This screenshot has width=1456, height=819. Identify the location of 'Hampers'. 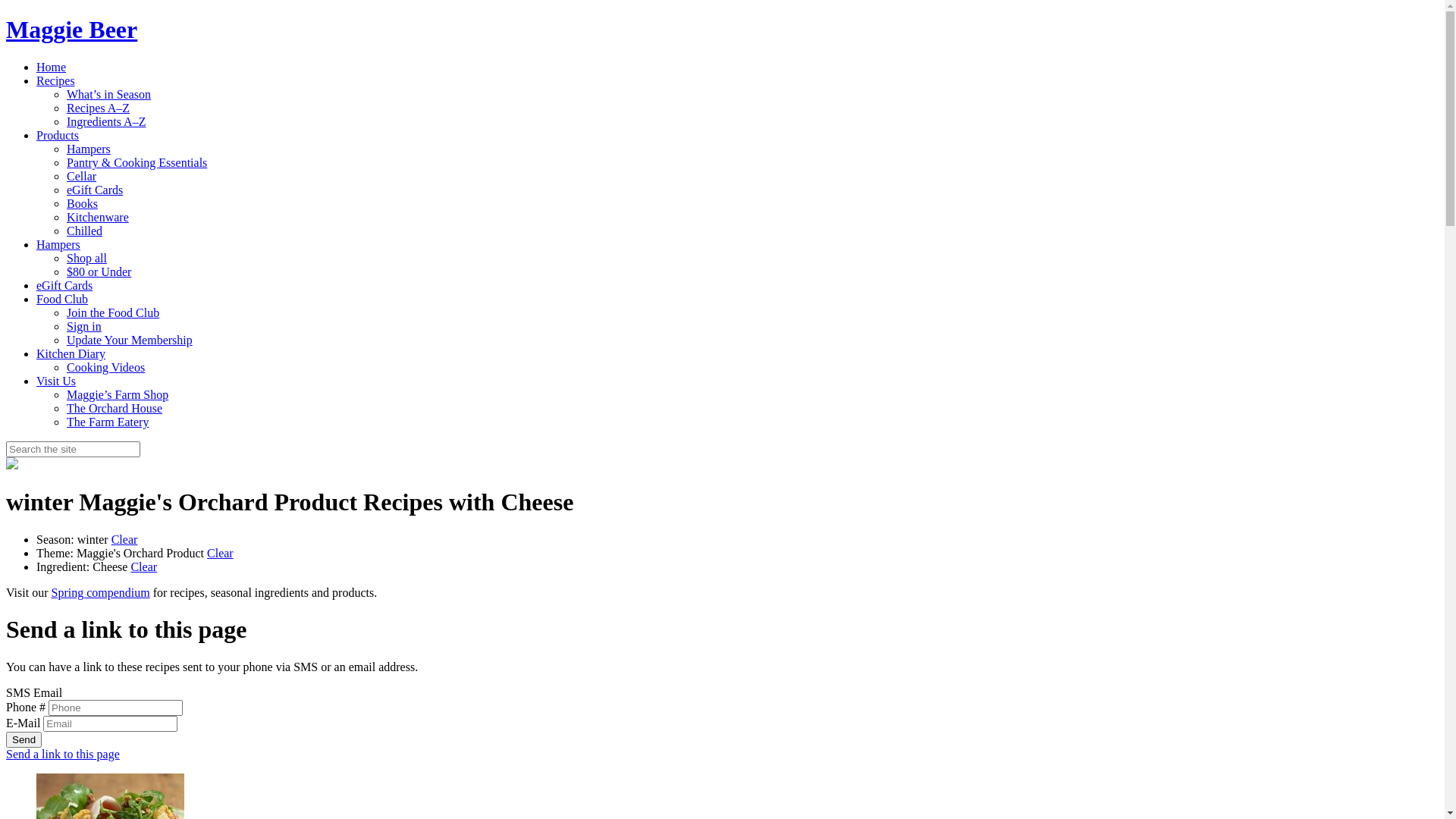
(58, 243).